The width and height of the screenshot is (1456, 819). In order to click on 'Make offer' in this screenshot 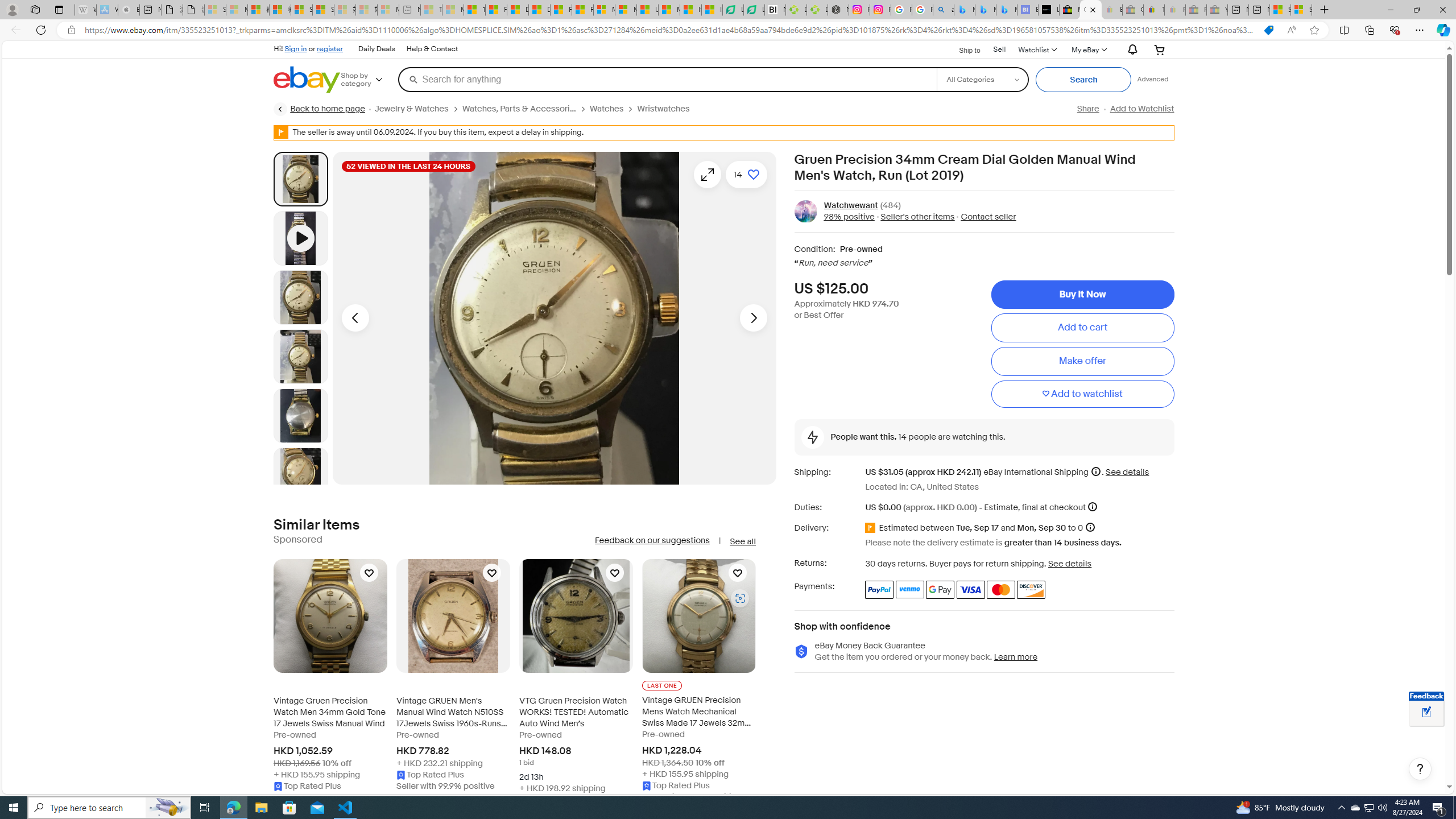, I will do `click(1082, 361)`.